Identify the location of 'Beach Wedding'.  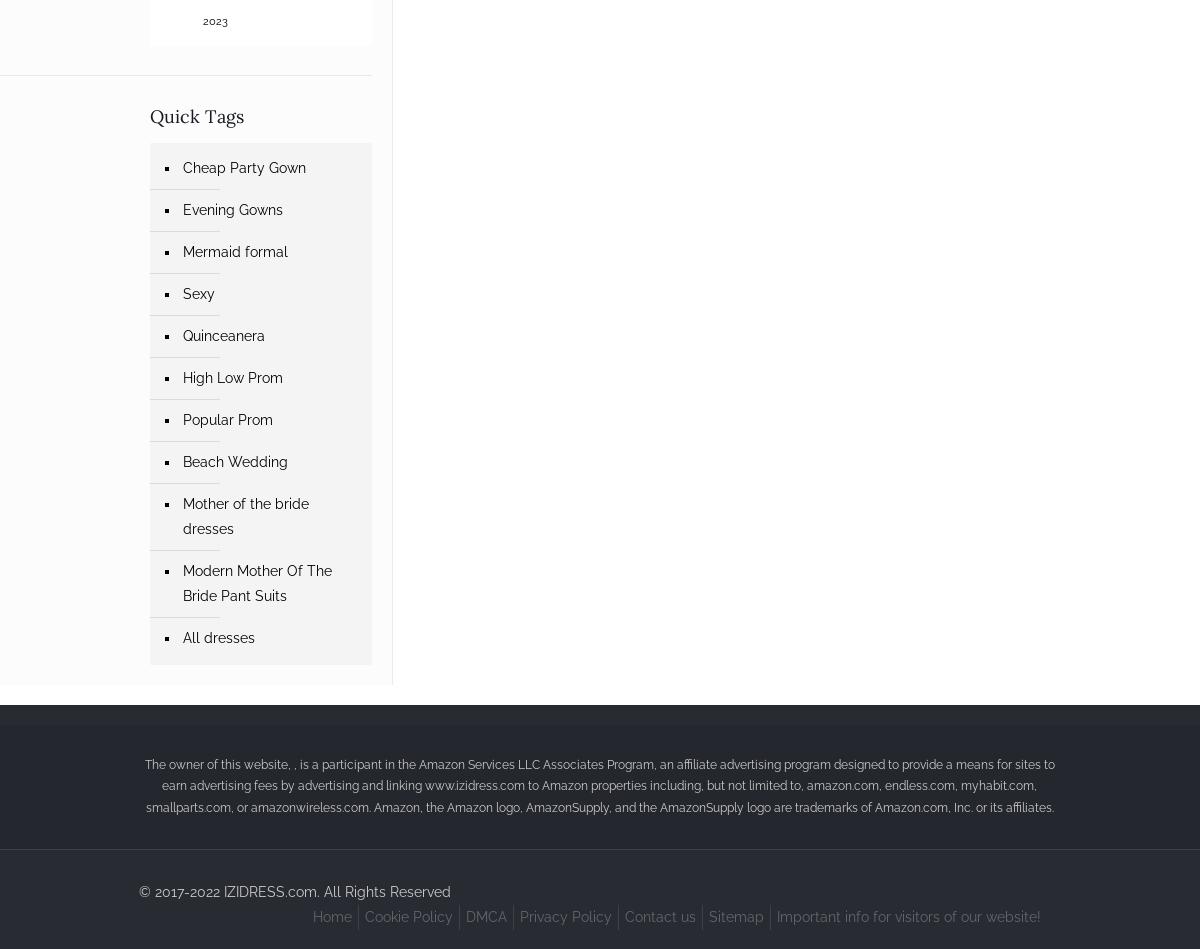
(234, 461).